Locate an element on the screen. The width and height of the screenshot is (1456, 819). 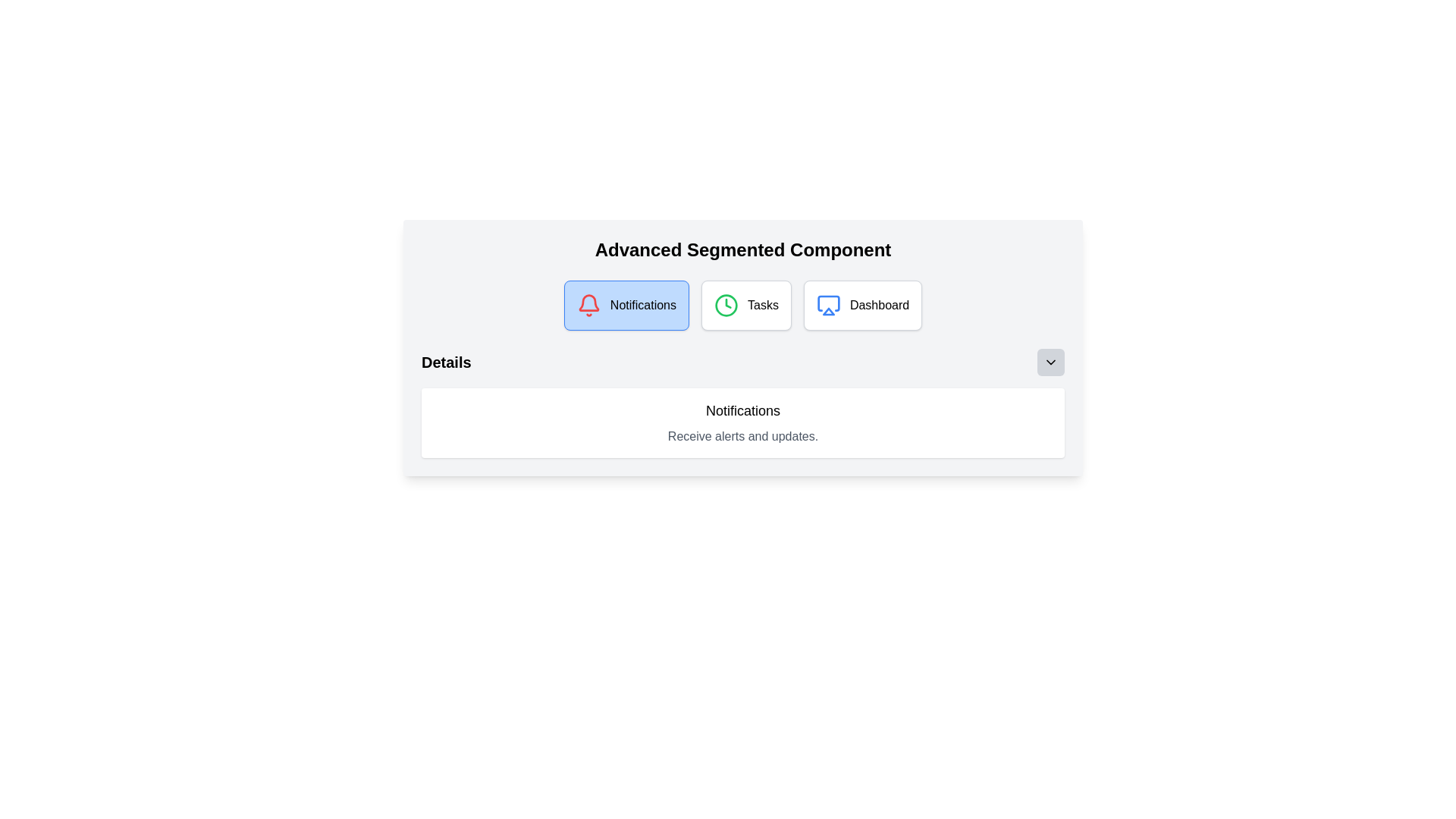
the downward chevron arrow icon located inside the button at the top-right corner of the 'Details' box is located at coordinates (1050, 362).